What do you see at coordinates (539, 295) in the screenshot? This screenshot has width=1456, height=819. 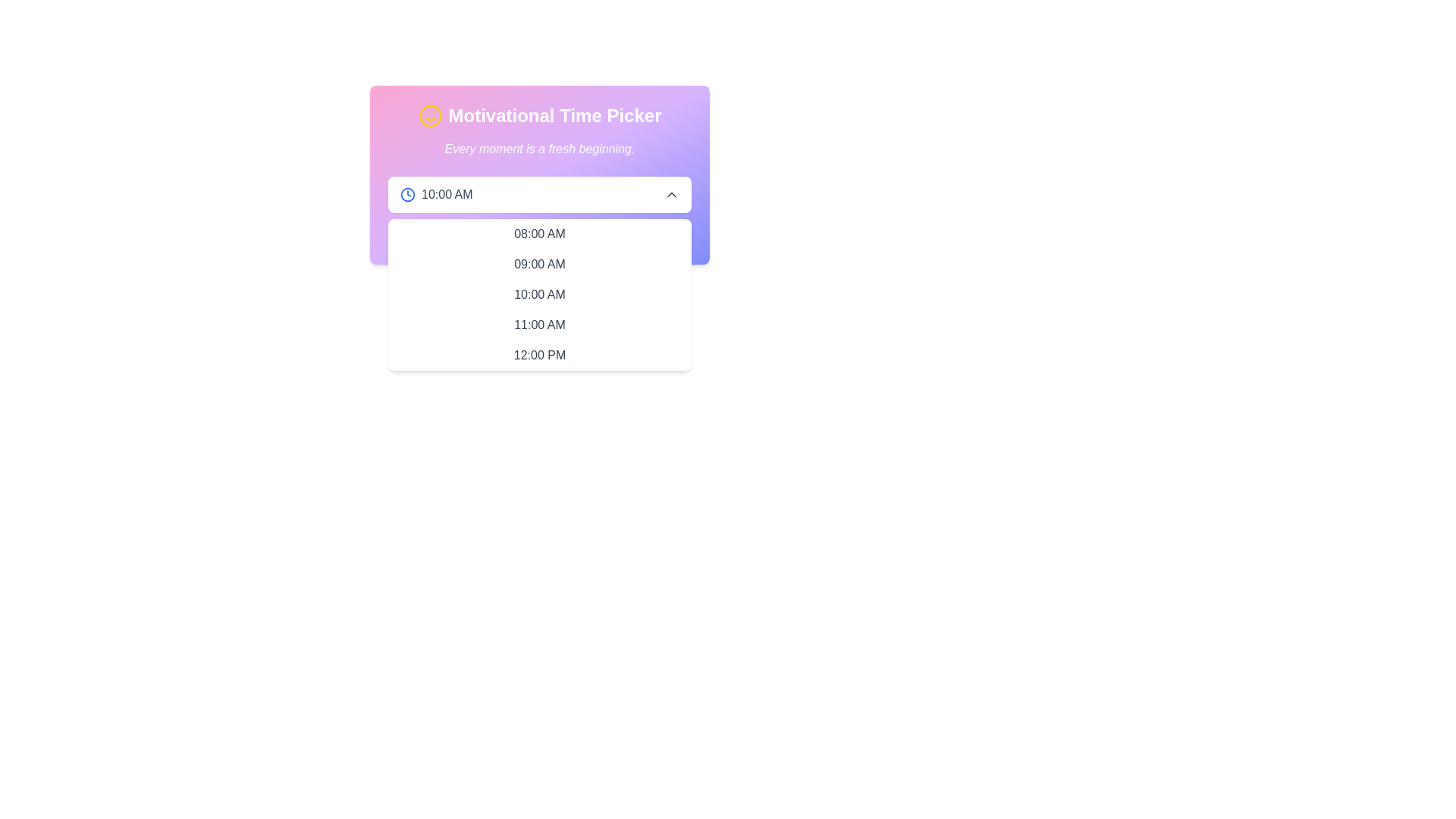 I see `the time option in the Dropdown menu located below the '10:00 AM' time input field in the 'Motivational Time Picker' interface` at bounding box center [539, 295].